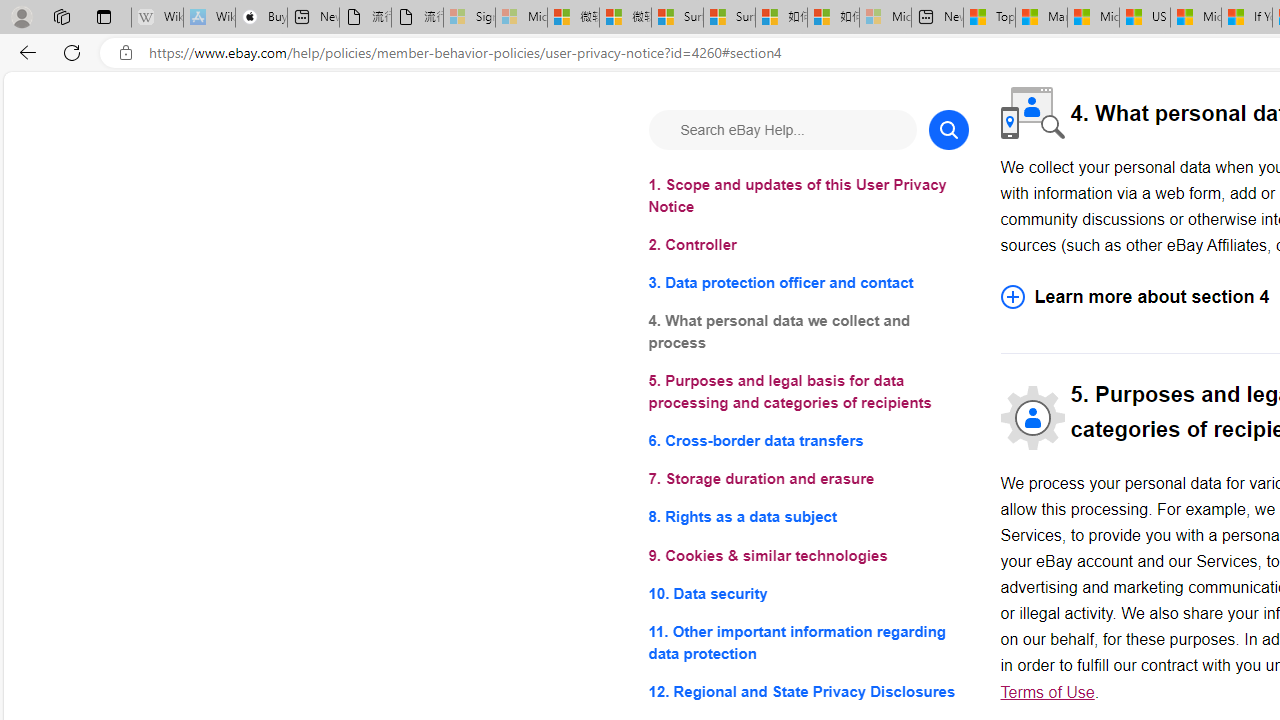  What do you see at coordinates (808, 516) in the screenshot?
I see `'8. Rights as a data subject'` at bounding box center [808, 516].